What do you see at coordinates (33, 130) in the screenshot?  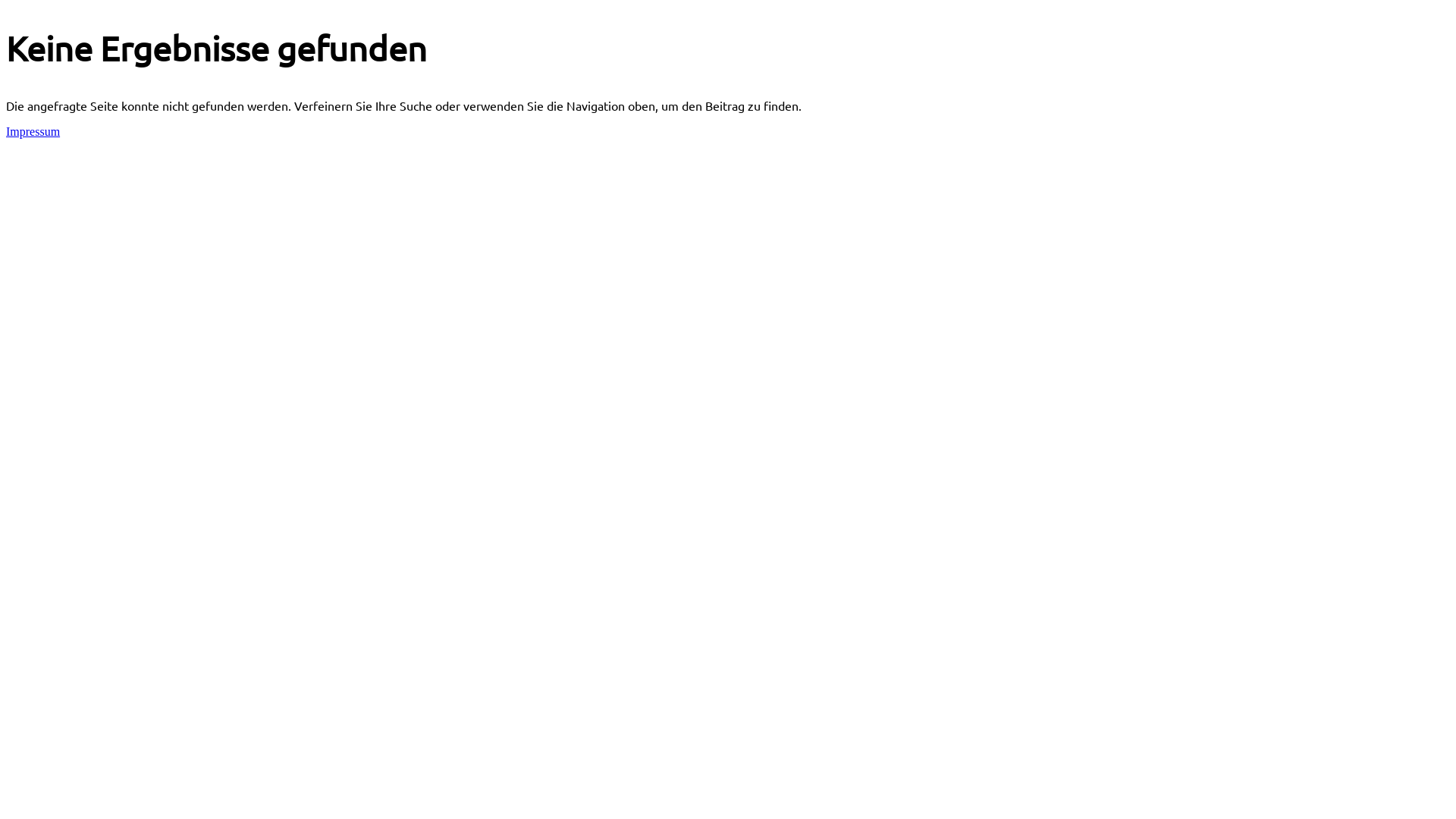 I see `'Impressum'` at bounding box center [33, 130].